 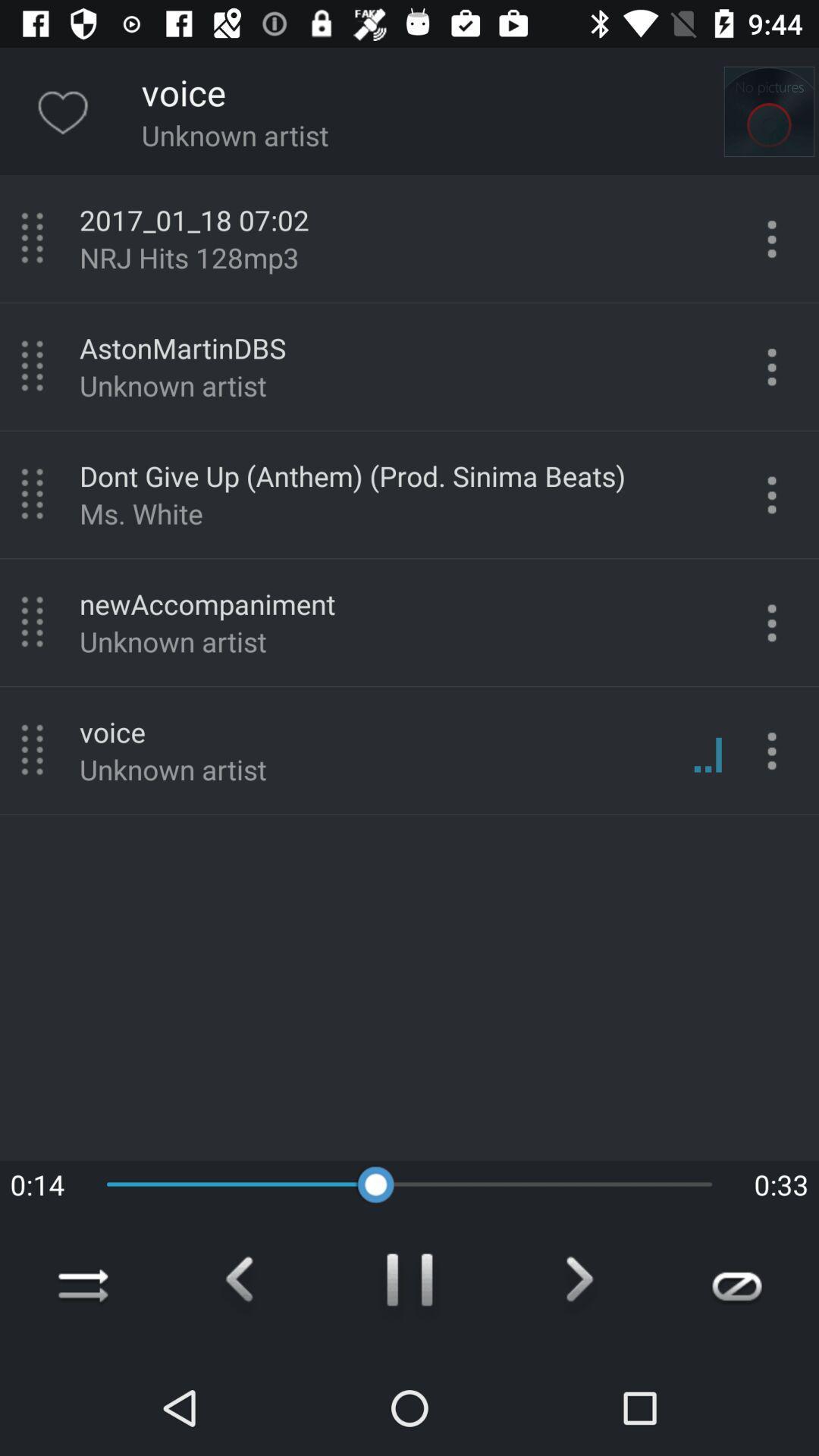 What do you see at coordinates (245, 1283) in the screenshot?
I see `the arrow_backward icon` at bounding box center [245, 1283].